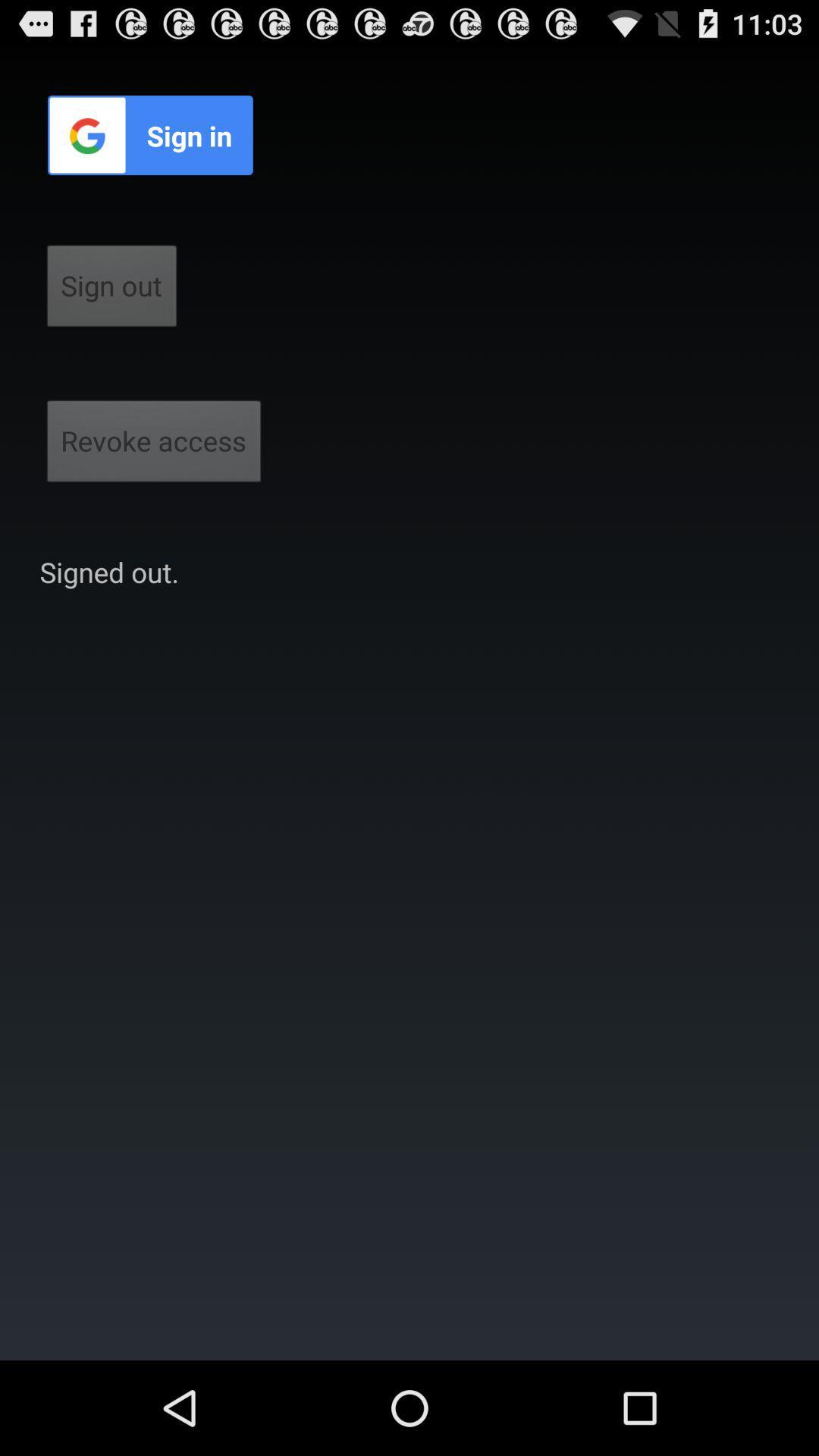  Describe the element at coordinates (150, 135) in the screenshot. I see `the item above sign out item` at that location.